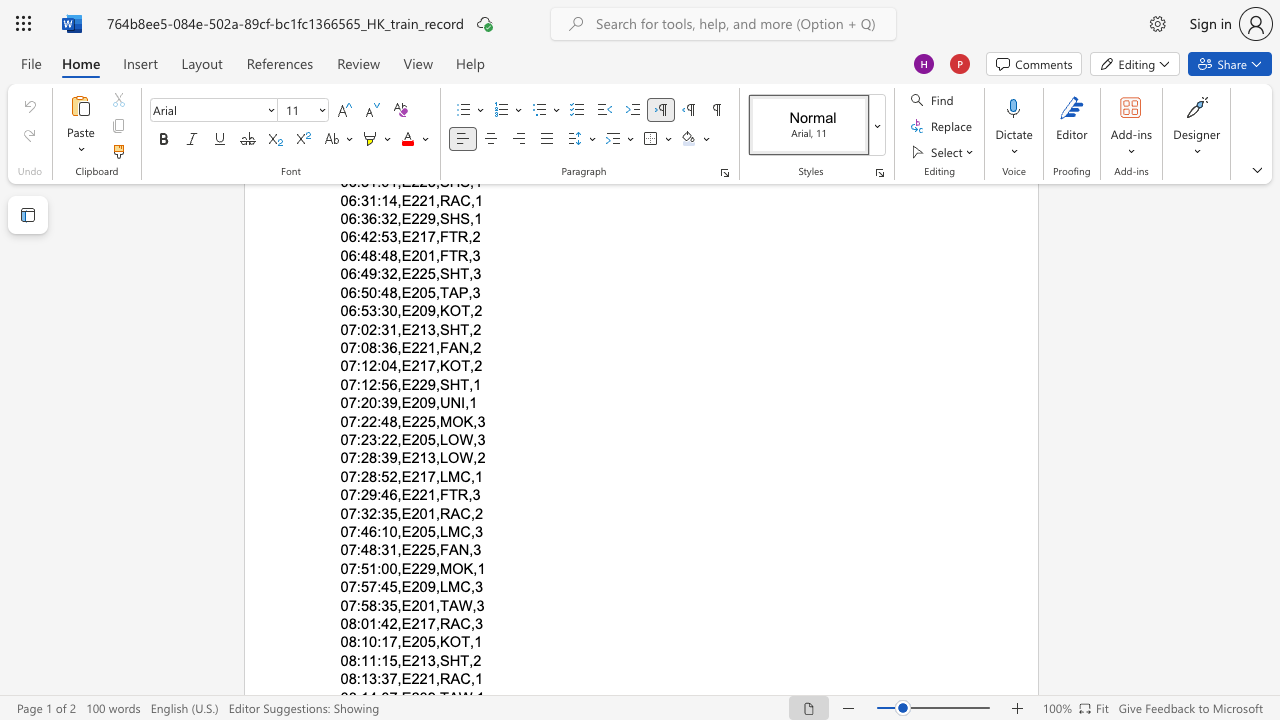 Image resolution: width=1280 pixels, height=720 pixels. Describe the element at coordinates (426, 678) in the screenshot. I see `the subset text "1," within the text "08:13:37,E221,RAC,1"` at that location.